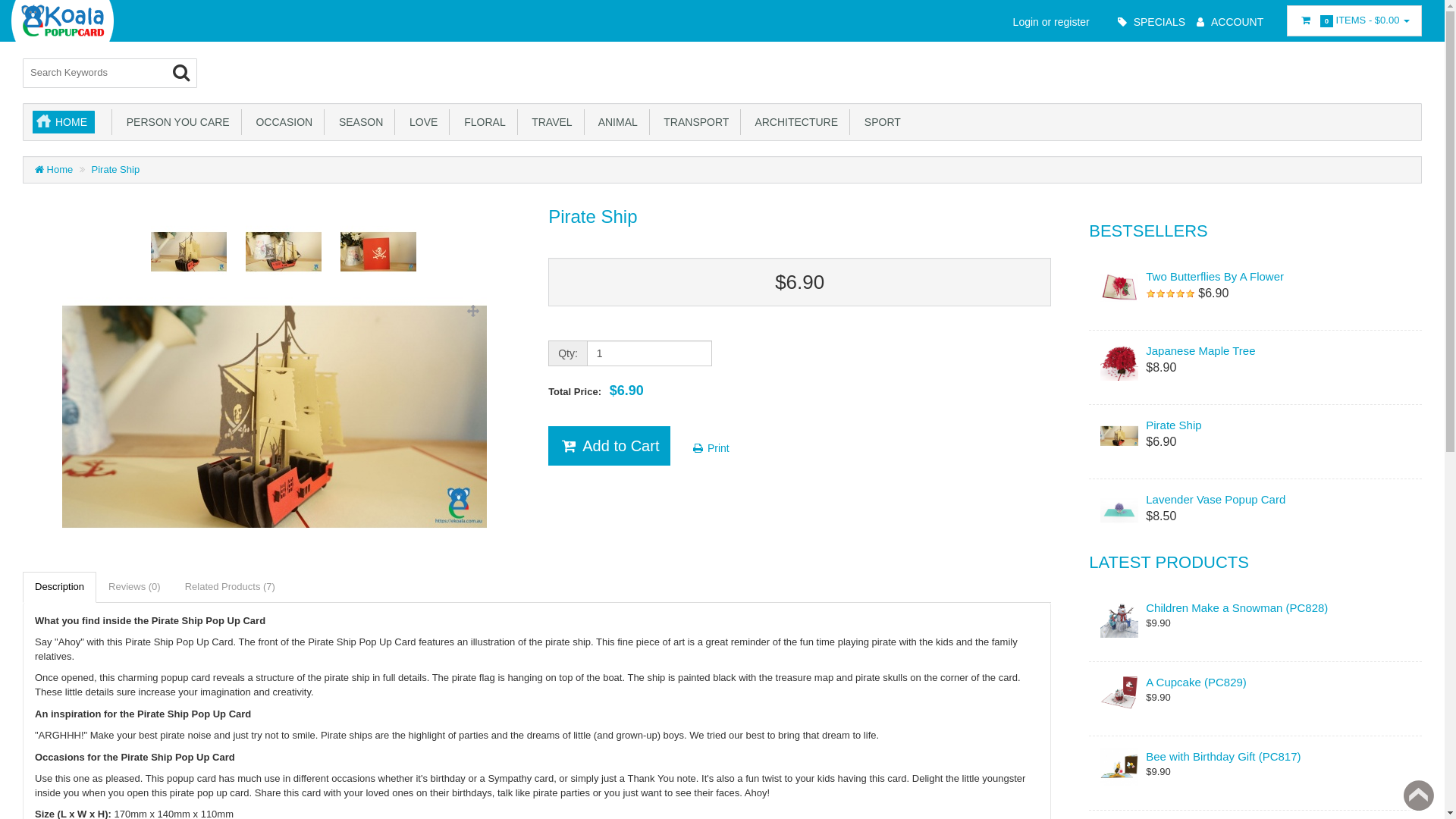  What do you see at coordinates (422, 121) in the screenshot?
I see `'  LOVE'` at bounding box center [422, 121].